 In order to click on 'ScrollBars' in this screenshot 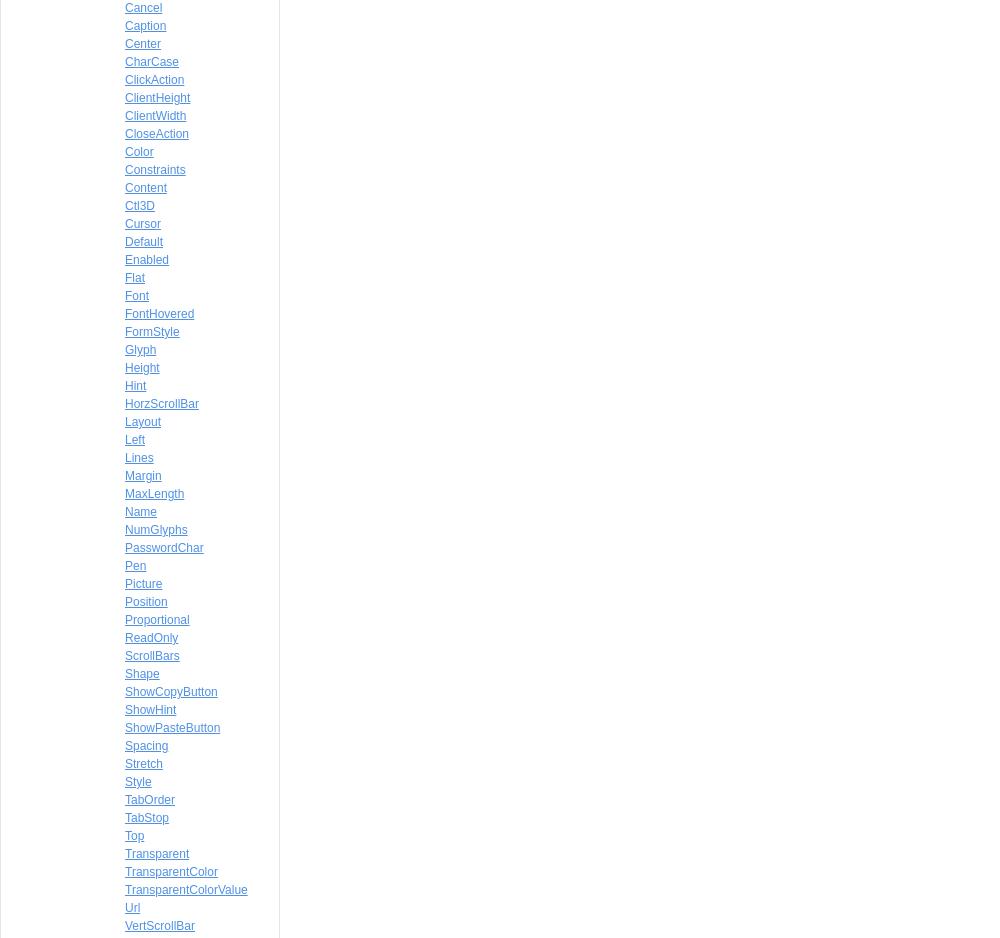, I will do `click(152, 655)`.